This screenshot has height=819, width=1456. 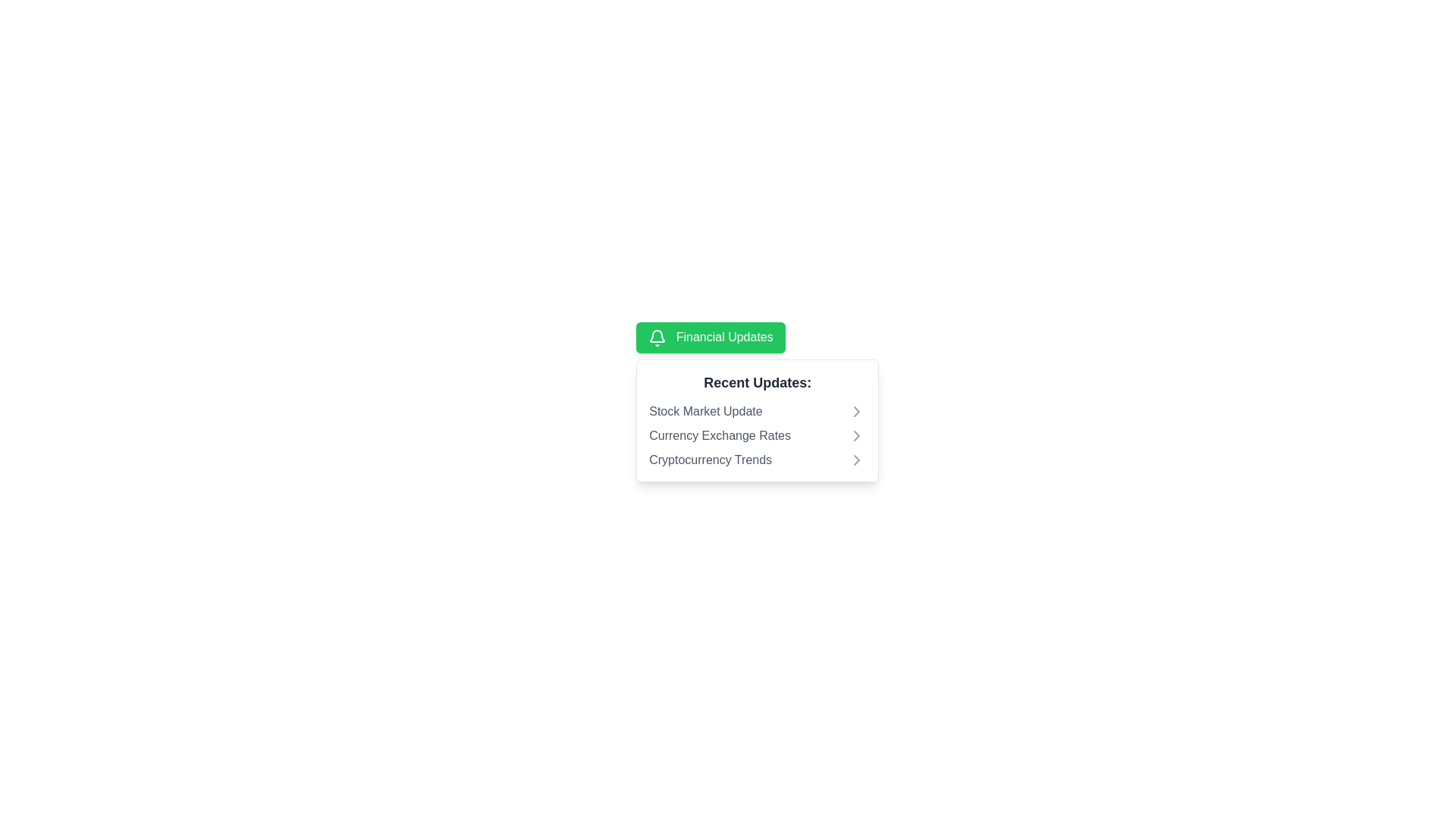 What do you see at coordinates (857, 435) in the screenshot?
I see `the rightward chevron icon next to the 'Currency Exchange Rates' label, which is gray and positioned to the far right of the row` at bounding box center [857, 435].